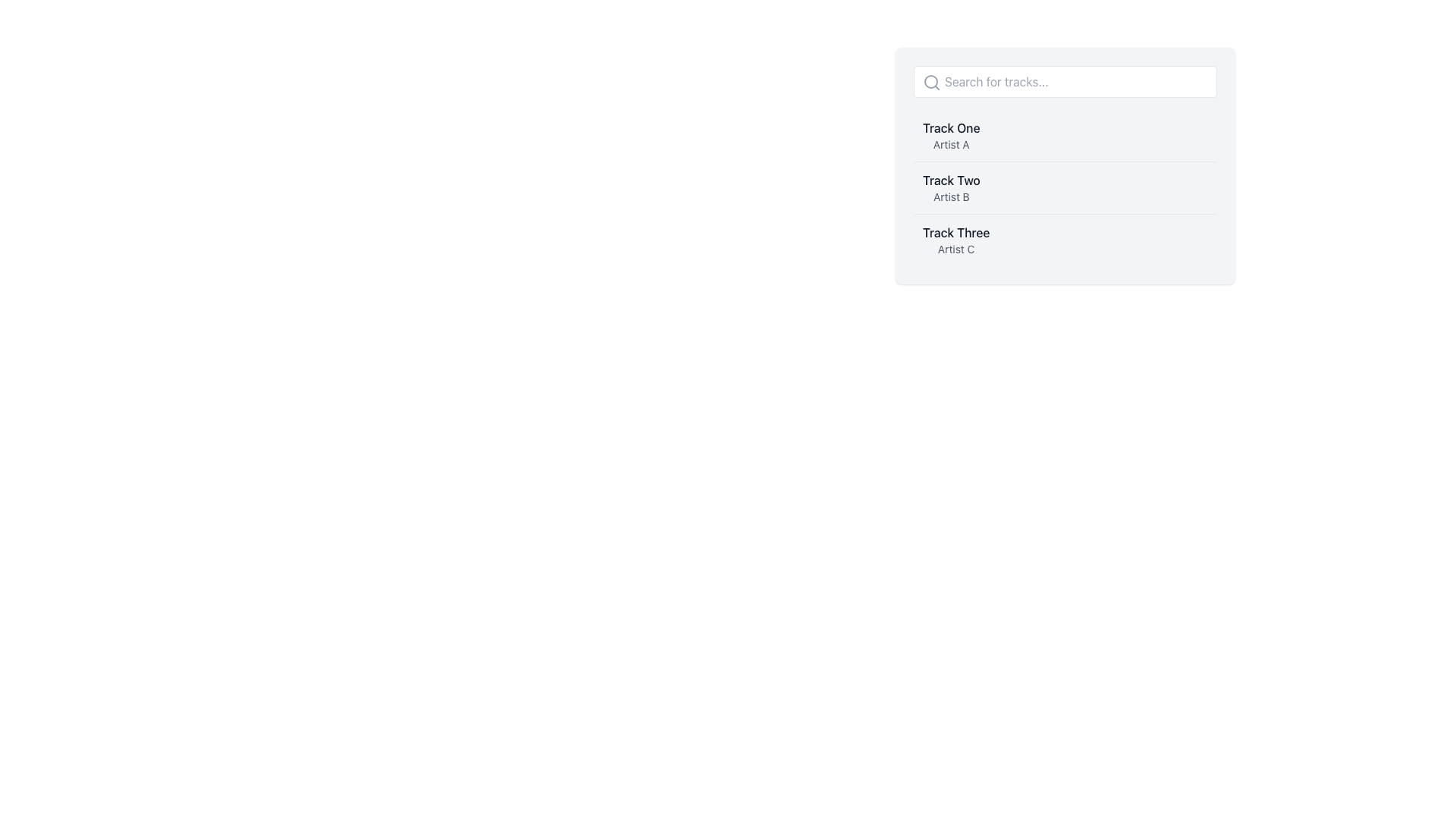 The image size is (1456, 819). I want to click on the magnifying glass icon located in the leftmost section of the search bar, which has a simple line design and is styled in grey, so click(930, 82).